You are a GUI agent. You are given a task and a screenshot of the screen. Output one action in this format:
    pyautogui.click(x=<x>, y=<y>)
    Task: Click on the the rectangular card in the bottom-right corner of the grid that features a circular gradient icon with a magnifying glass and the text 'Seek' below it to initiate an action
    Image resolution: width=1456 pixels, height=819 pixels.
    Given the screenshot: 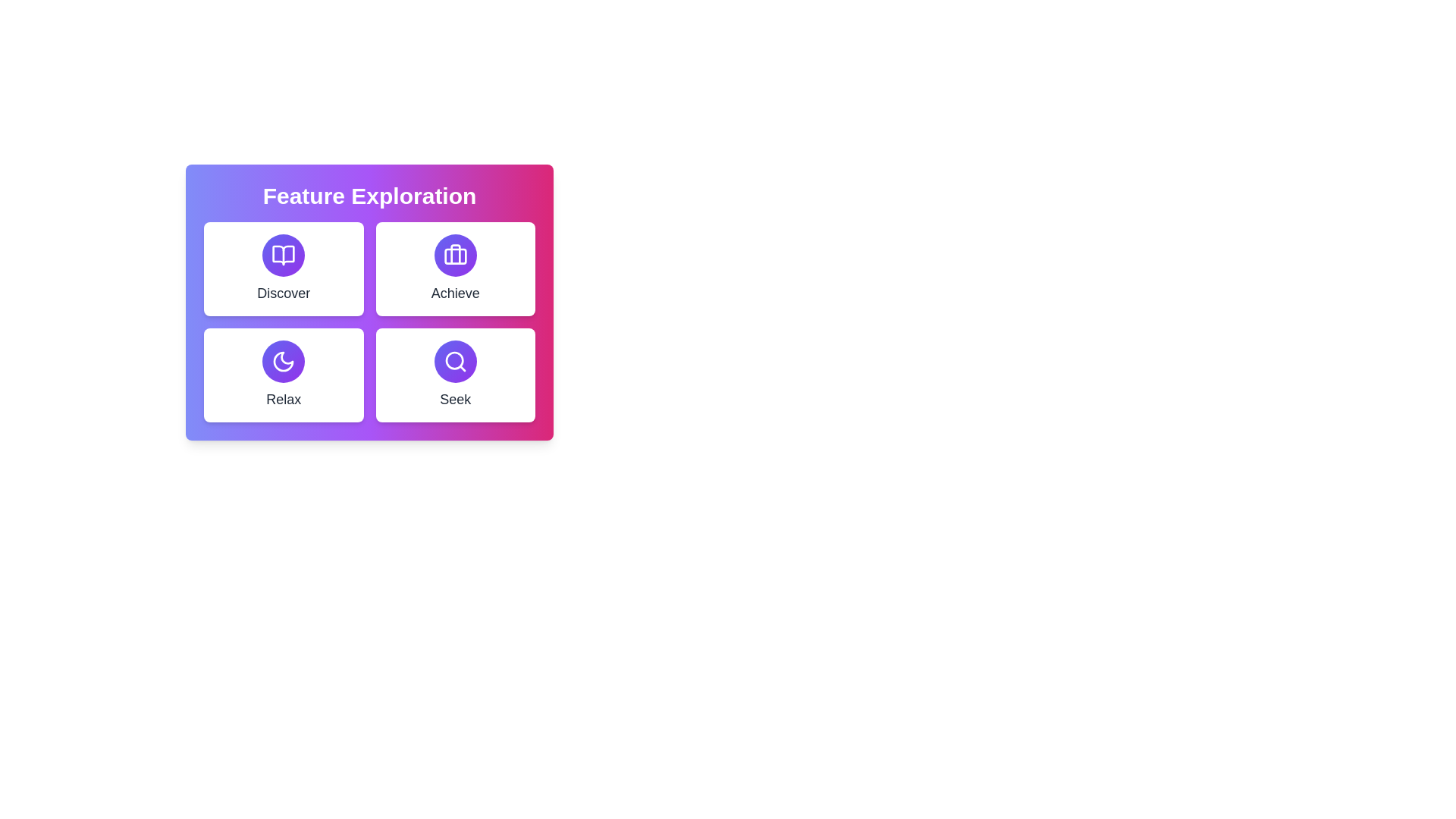 What is the action you would take?
    pyautogui.click(x=454, y=375)
    